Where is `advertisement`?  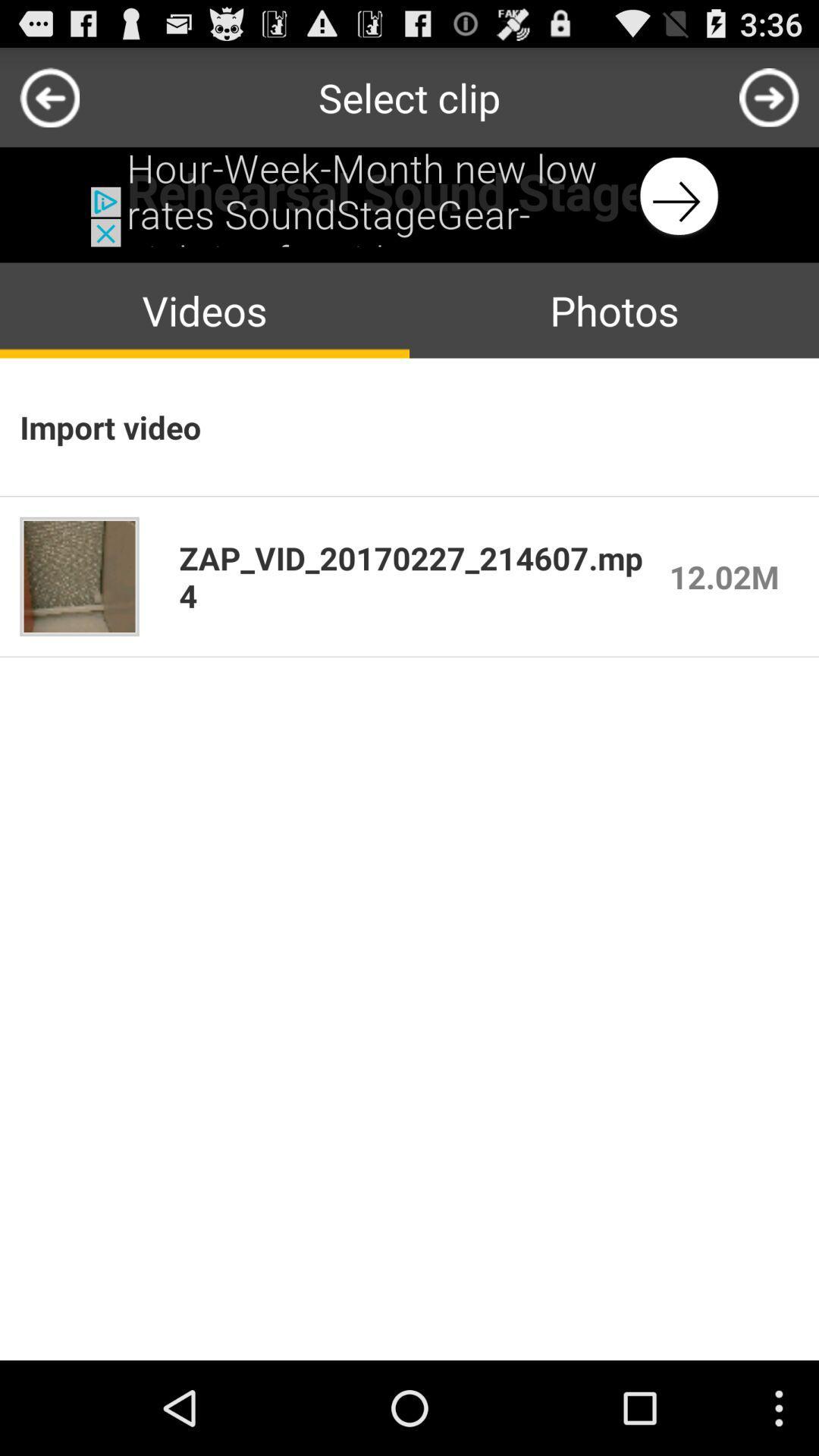 advertisement is located at coordinates (409, 196).